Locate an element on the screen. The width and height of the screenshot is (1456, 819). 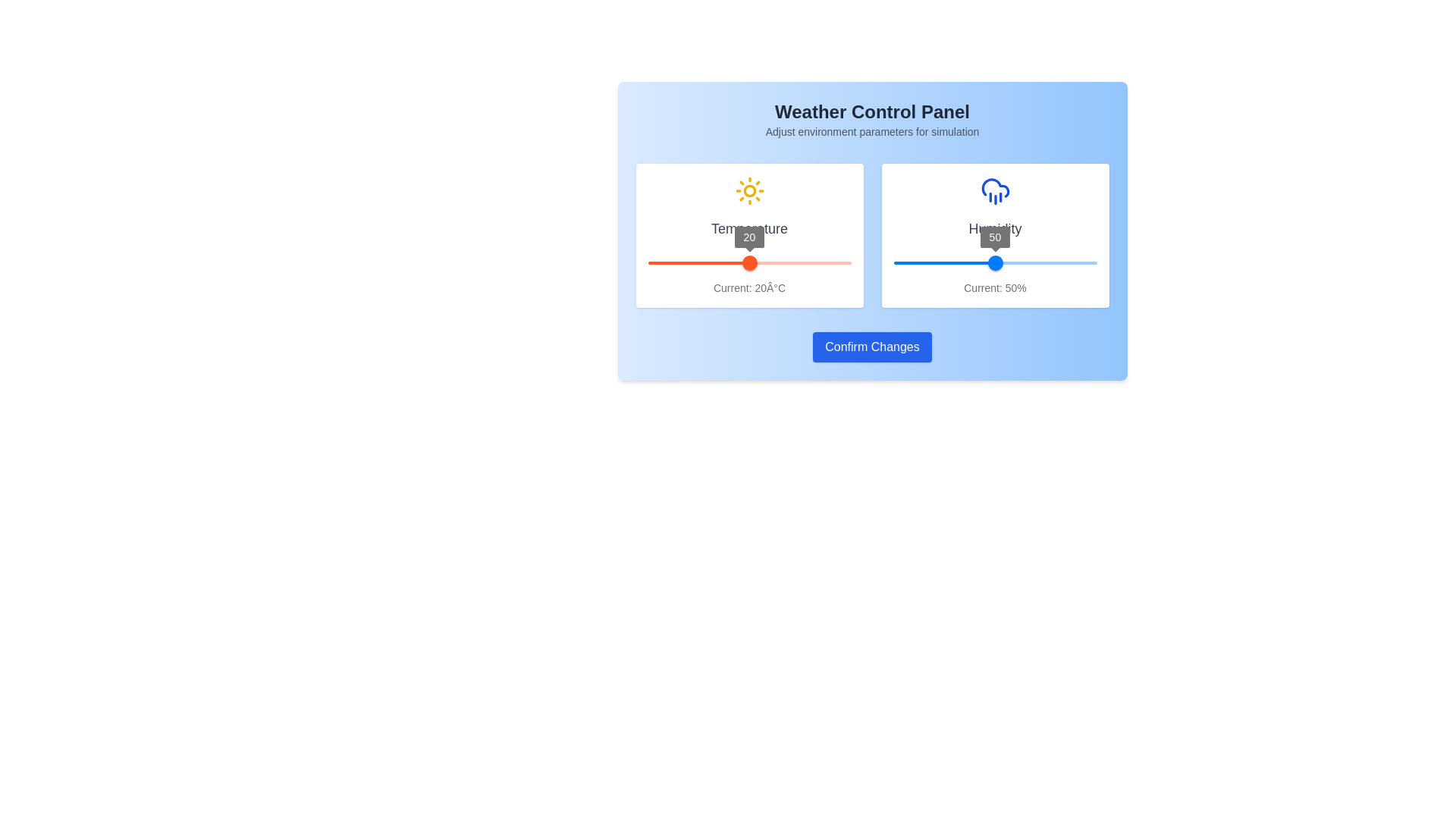
the temperature is located at coordinates (773, 303).